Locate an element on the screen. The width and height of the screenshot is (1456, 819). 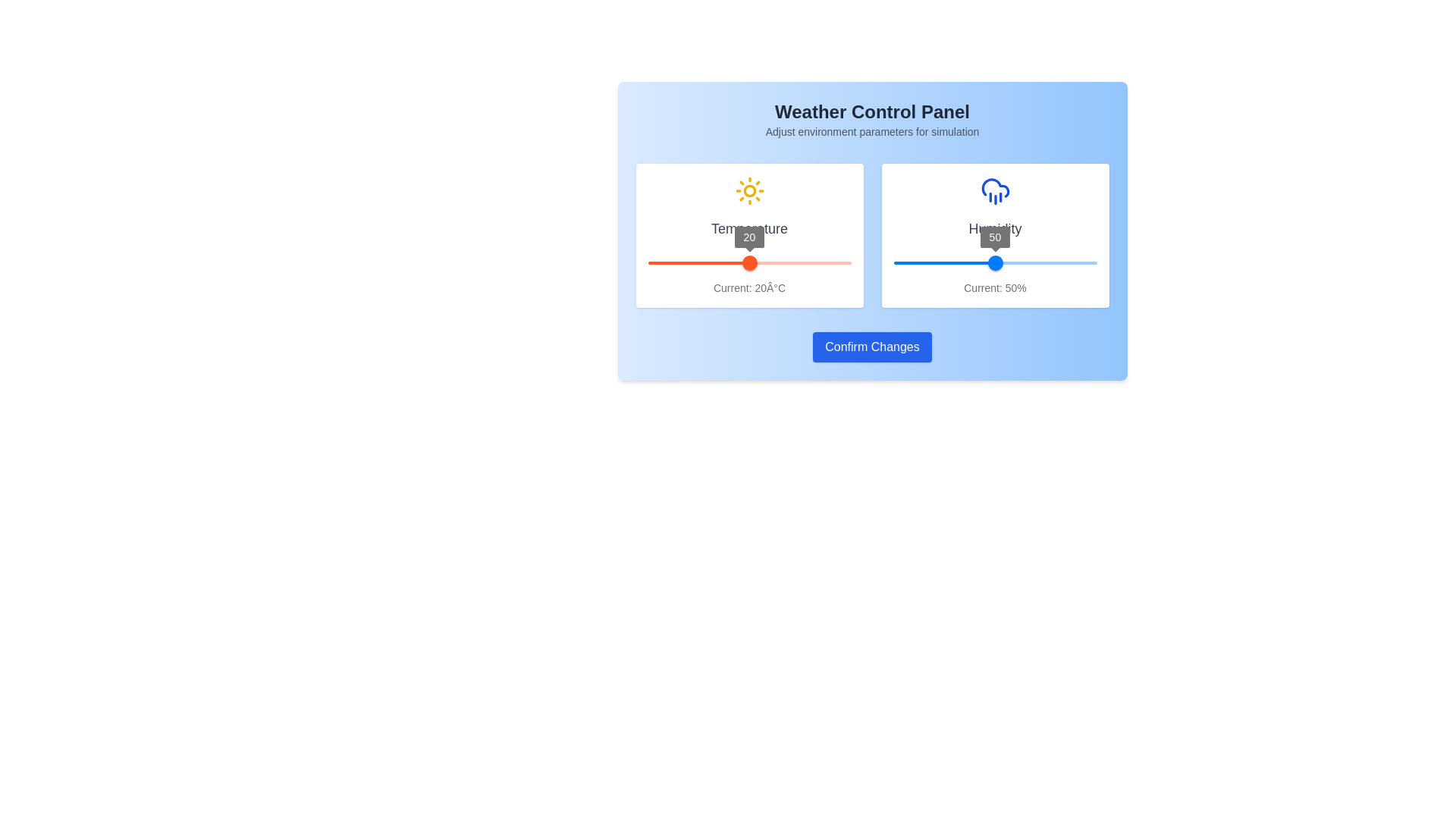
the temperature is located at coordinates (773, 303).